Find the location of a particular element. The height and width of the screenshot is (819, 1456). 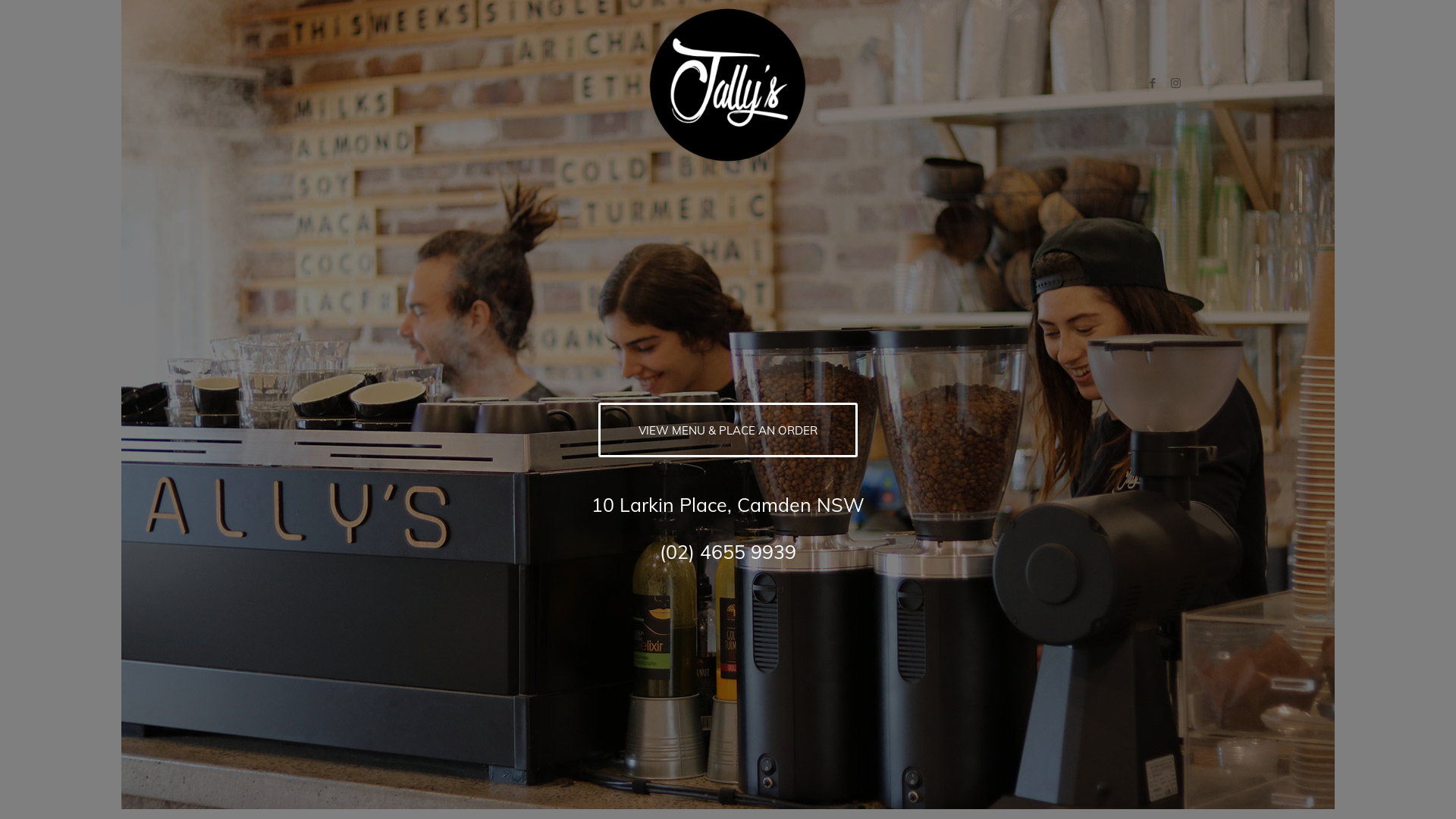

'VIEW MENU & PLACE AN ORDER' is located at coordinates (597, 430).